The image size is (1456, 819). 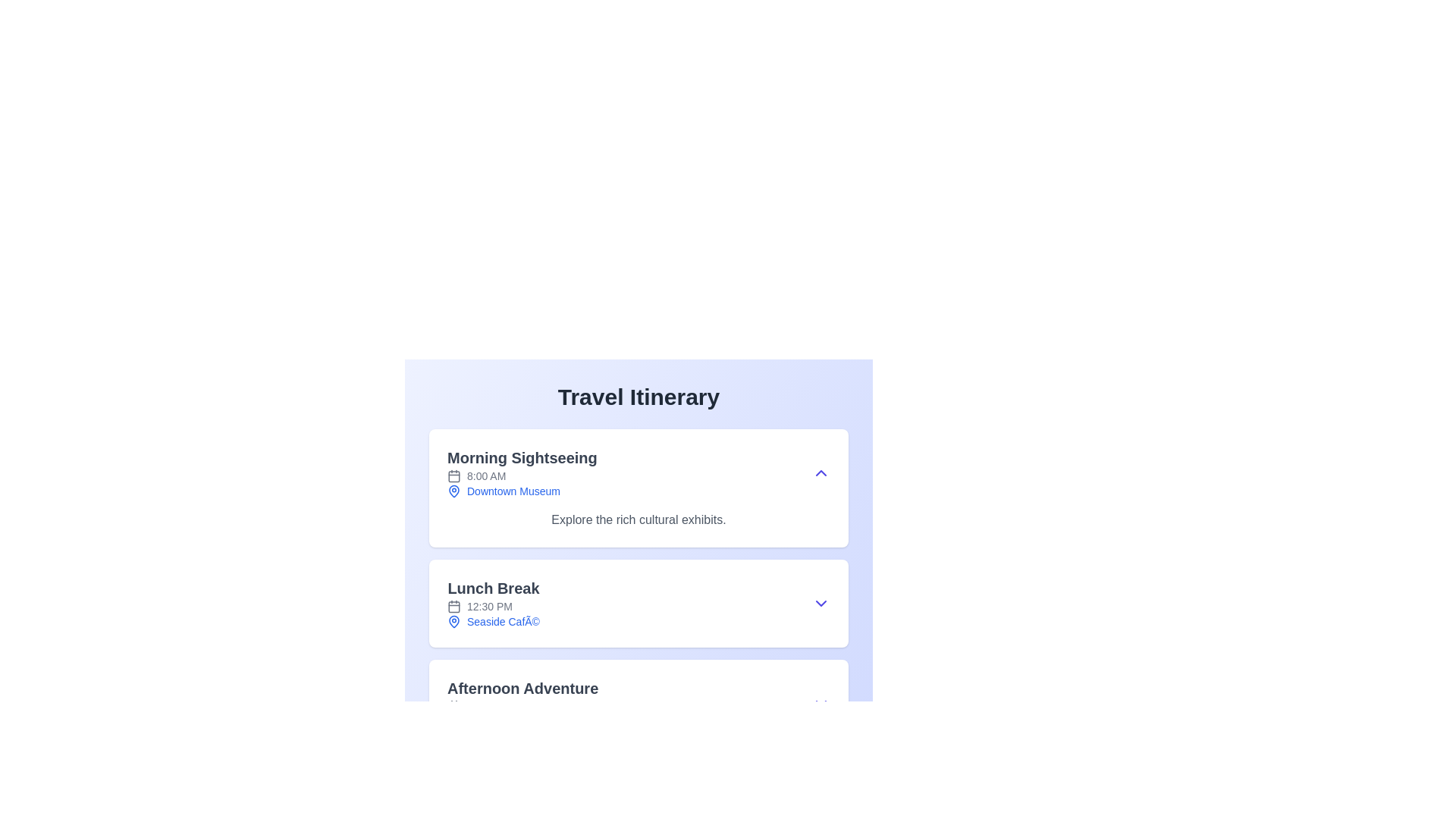 I want to click on the title text label of the itinerary item, which is located at the top of the card that includes details about the activity or event, to understand the context of the card, so click(x=522, y=457).